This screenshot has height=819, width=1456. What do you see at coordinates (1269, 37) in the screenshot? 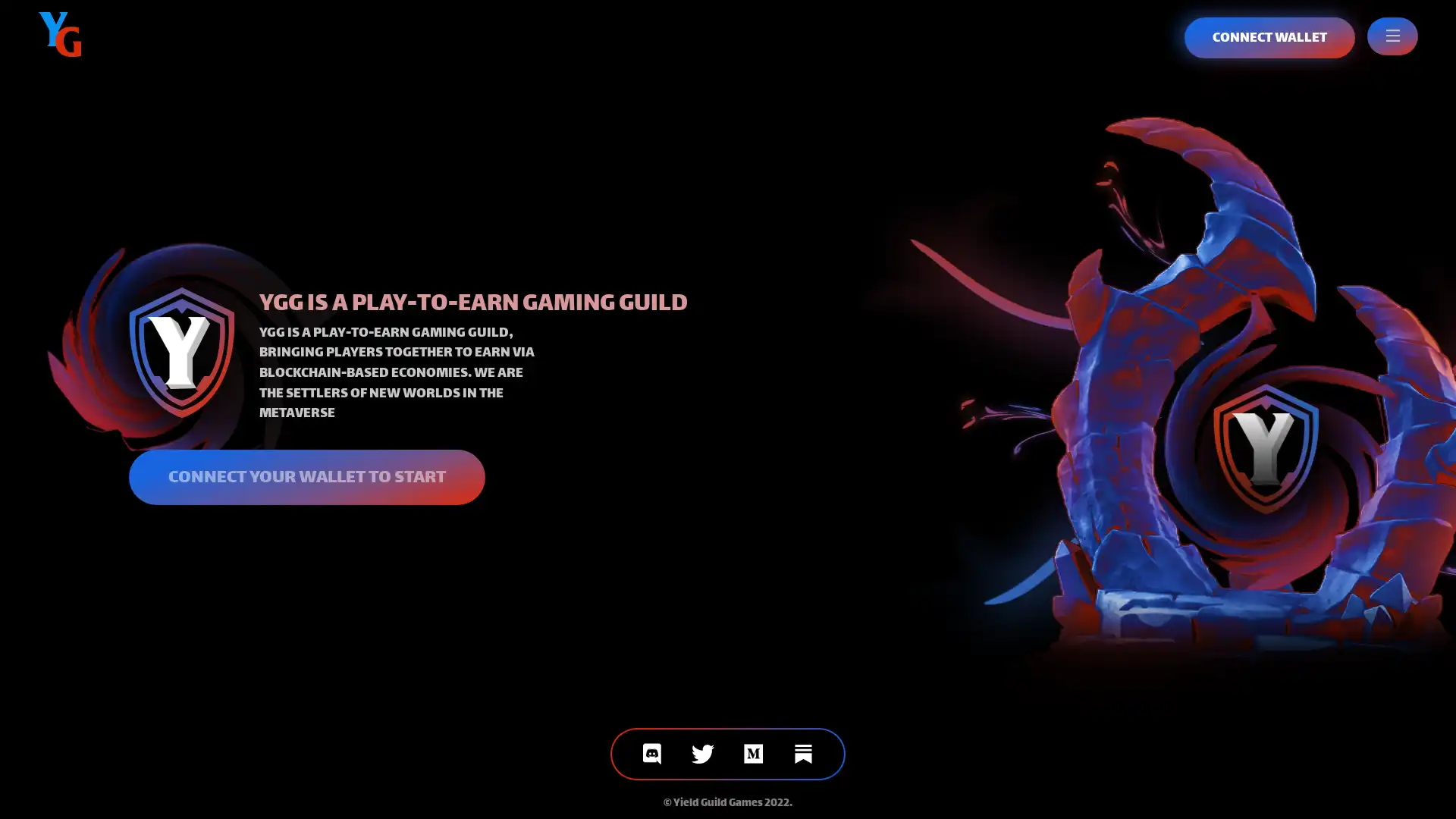
I see `CONNECT WALLET` at bounding box center [1269, 37].